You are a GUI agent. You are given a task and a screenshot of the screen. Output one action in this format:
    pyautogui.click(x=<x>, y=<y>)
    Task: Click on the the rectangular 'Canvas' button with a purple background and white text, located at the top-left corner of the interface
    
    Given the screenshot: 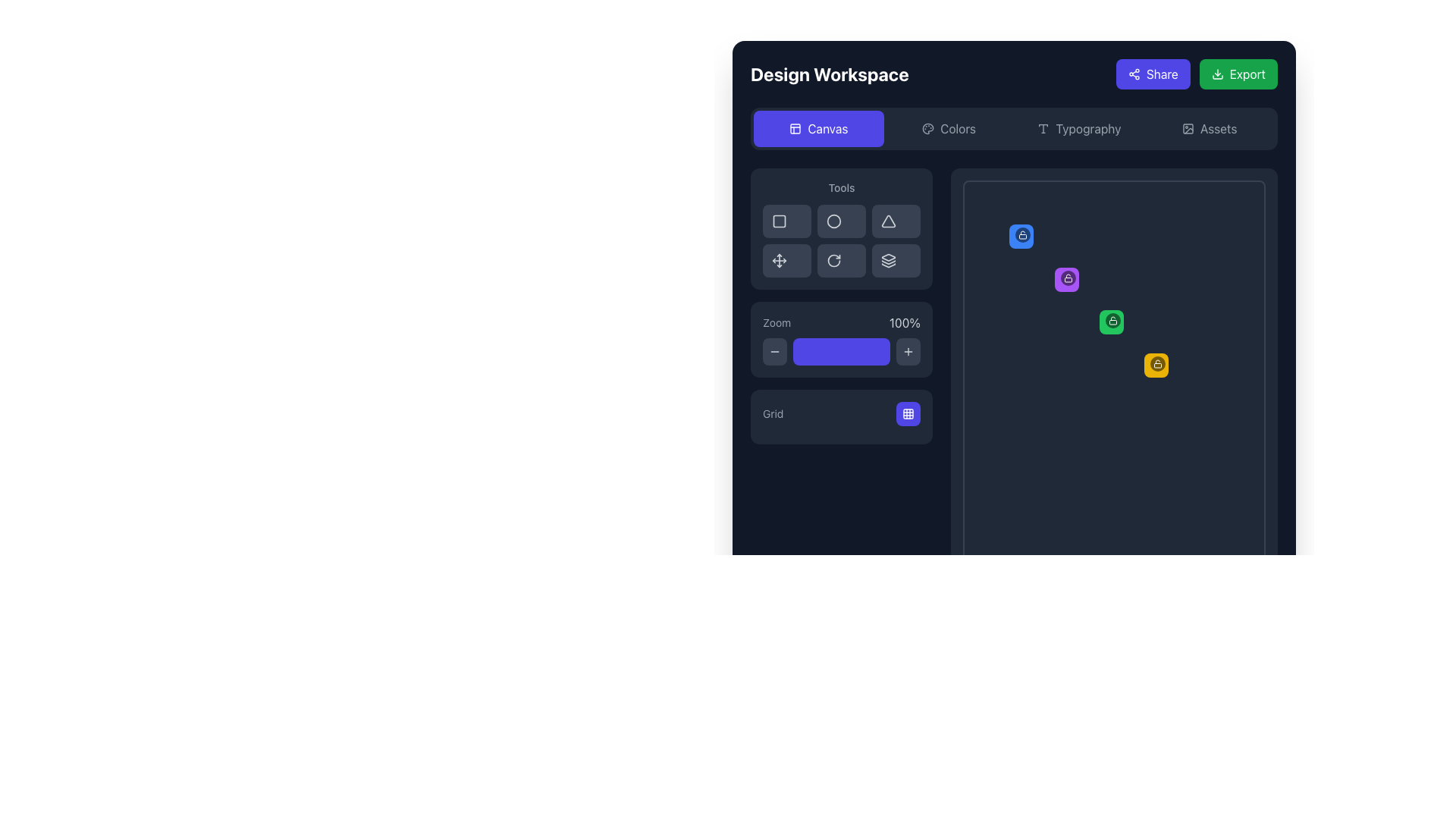 What is the action you would take?
    pyautogui.click(x=817, y=127)
    